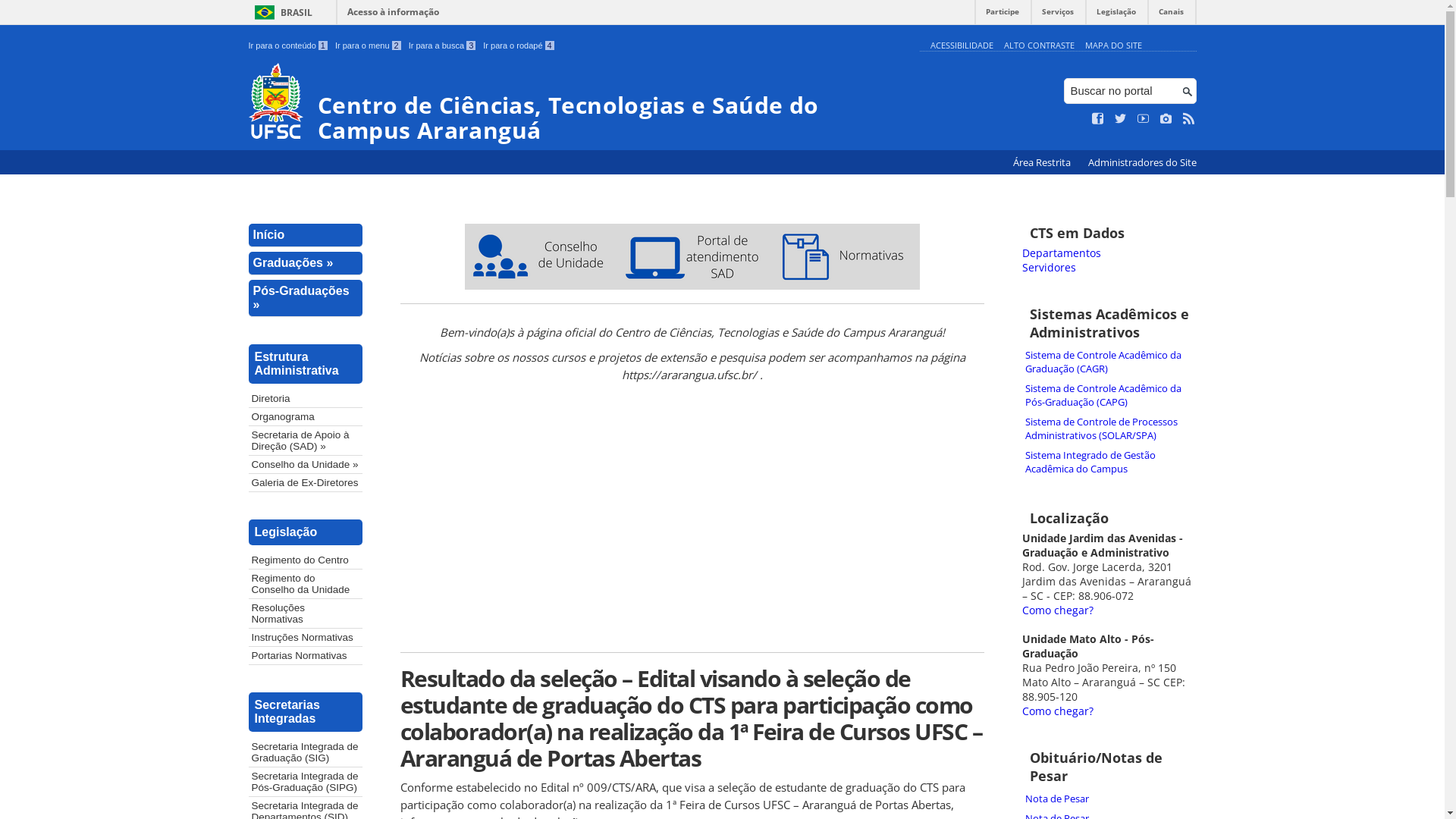 This screenshot has height=819, width=1456. What do you see at coordinates (1038, 44) in the screenshot?
I see `'ALTO CONTRASTE'` at bounding box center [1038, 44].